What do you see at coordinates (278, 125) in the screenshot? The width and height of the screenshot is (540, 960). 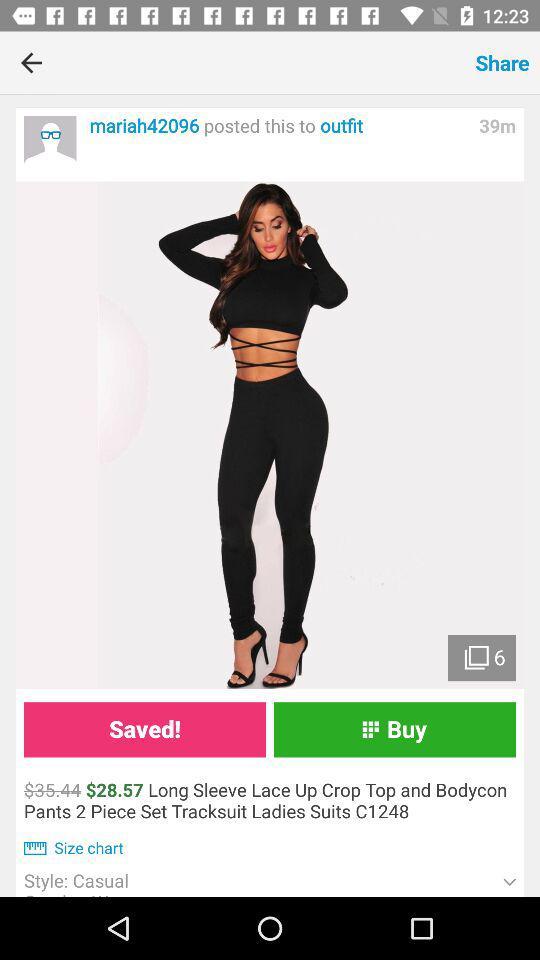 I see `the mariah42096 posted this` at bounding box center [278, 125].